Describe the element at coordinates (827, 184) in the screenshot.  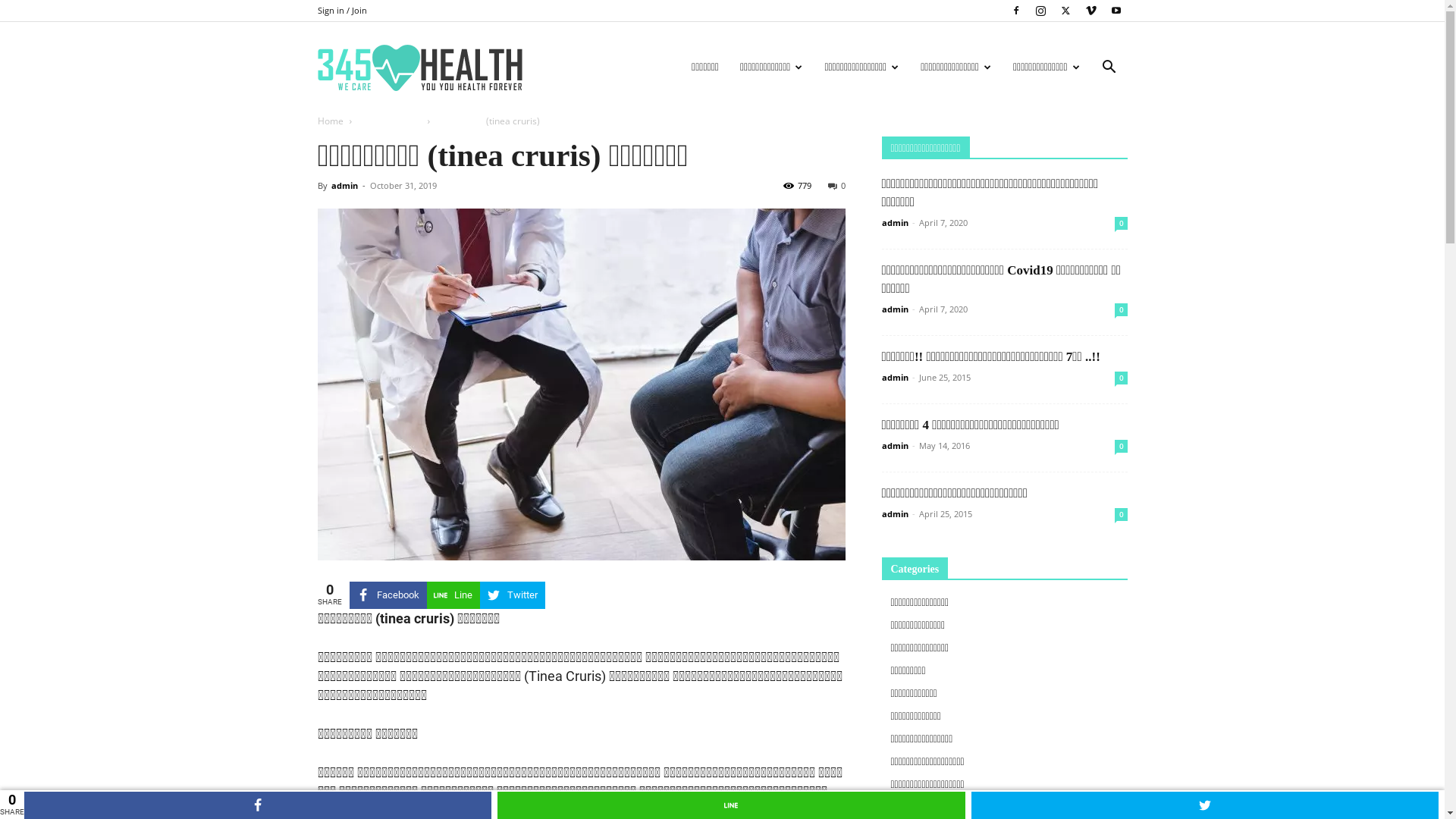
I see `'0'` at that location.